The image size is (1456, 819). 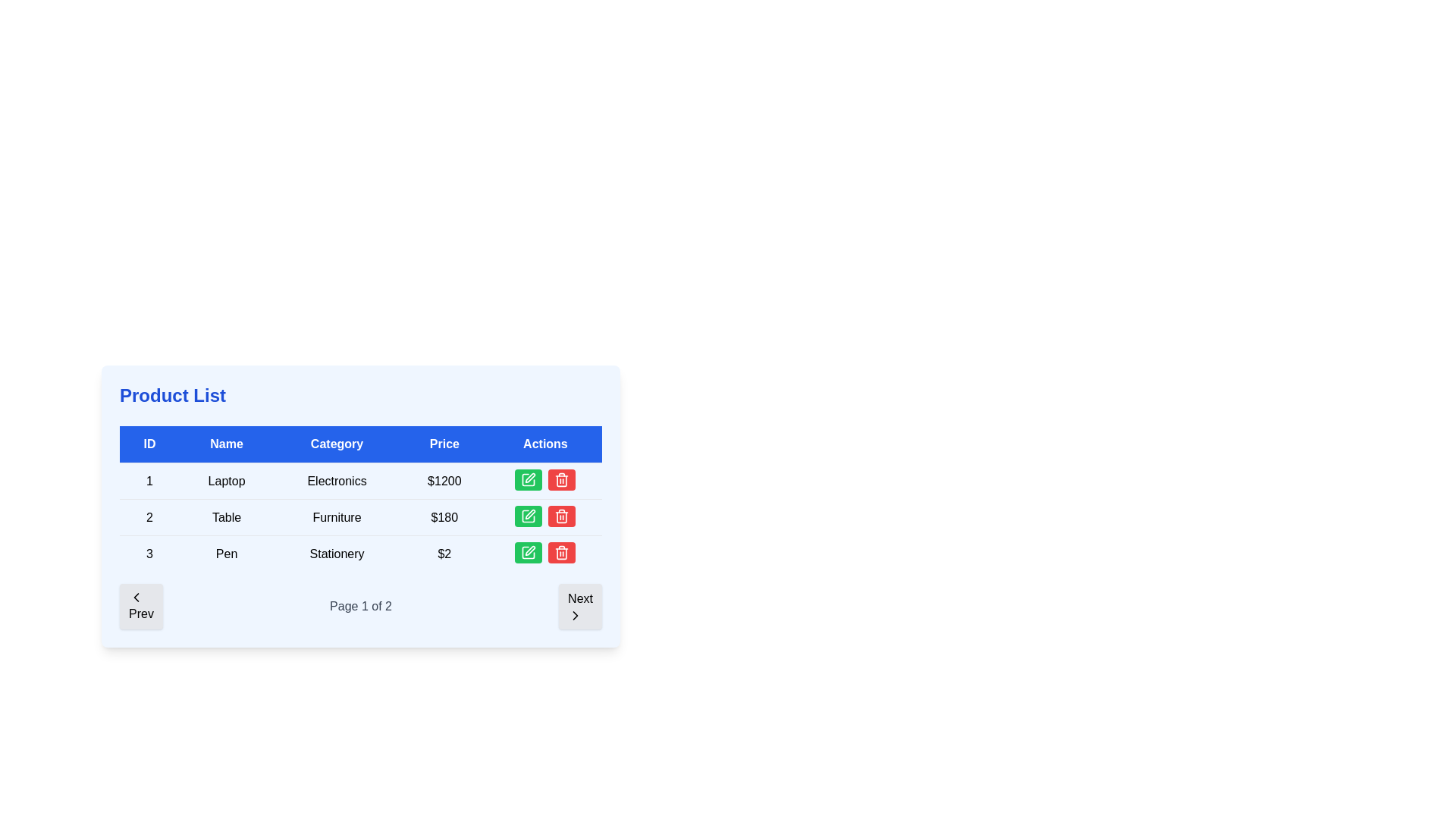 What do you see at coordinates (545, 481) in the screenshot?
I see `the green edit button with a pen icon located in the 'Actions' column of the first row of the product list, next to the price $1200` at bounding box center [545, 481].